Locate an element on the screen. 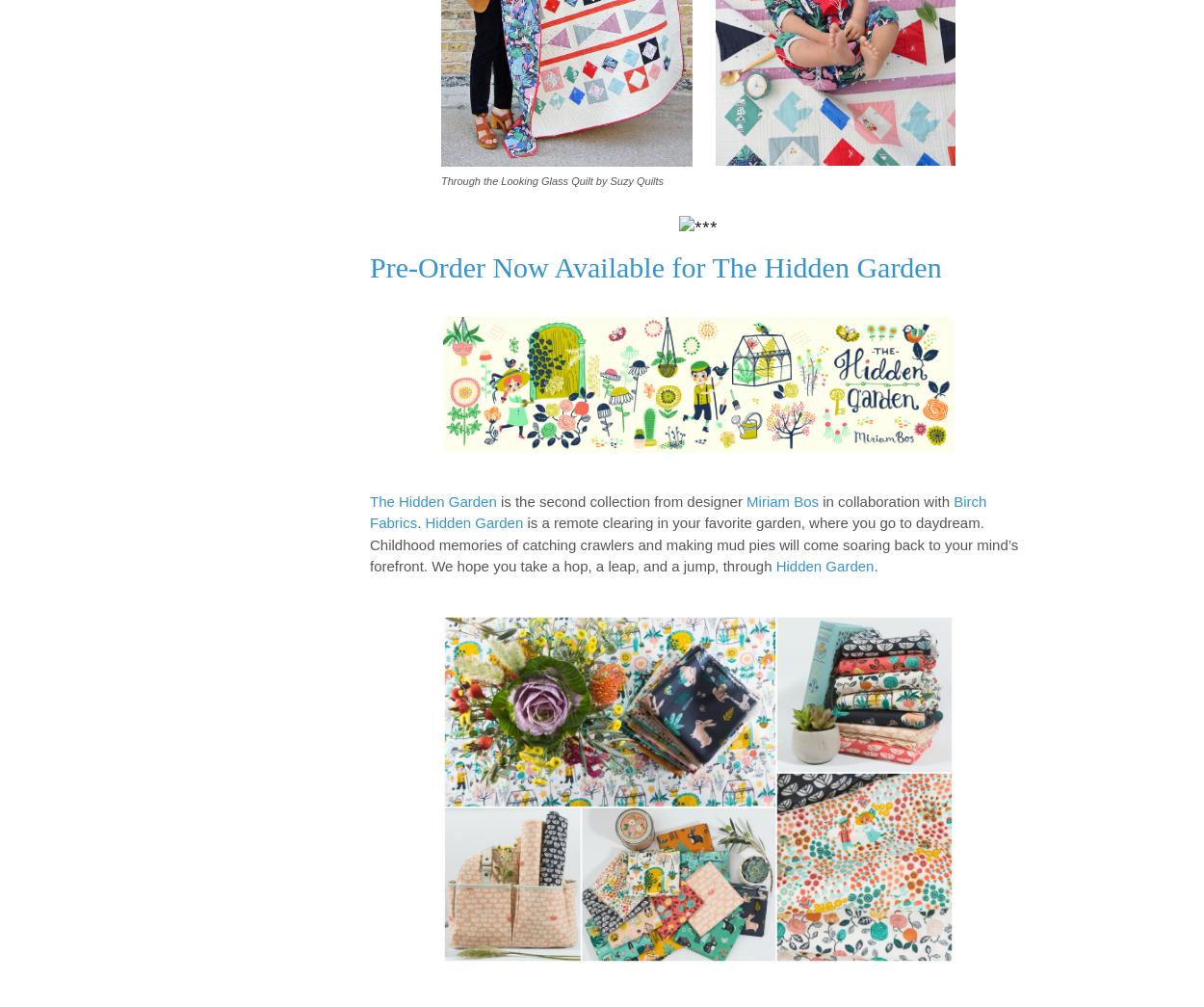 Image resolution: width=1204 pixels, height=1007 pixels. 'Pre-Order Now Available for The Hidden Garden' is located at coordinates (655, 266).